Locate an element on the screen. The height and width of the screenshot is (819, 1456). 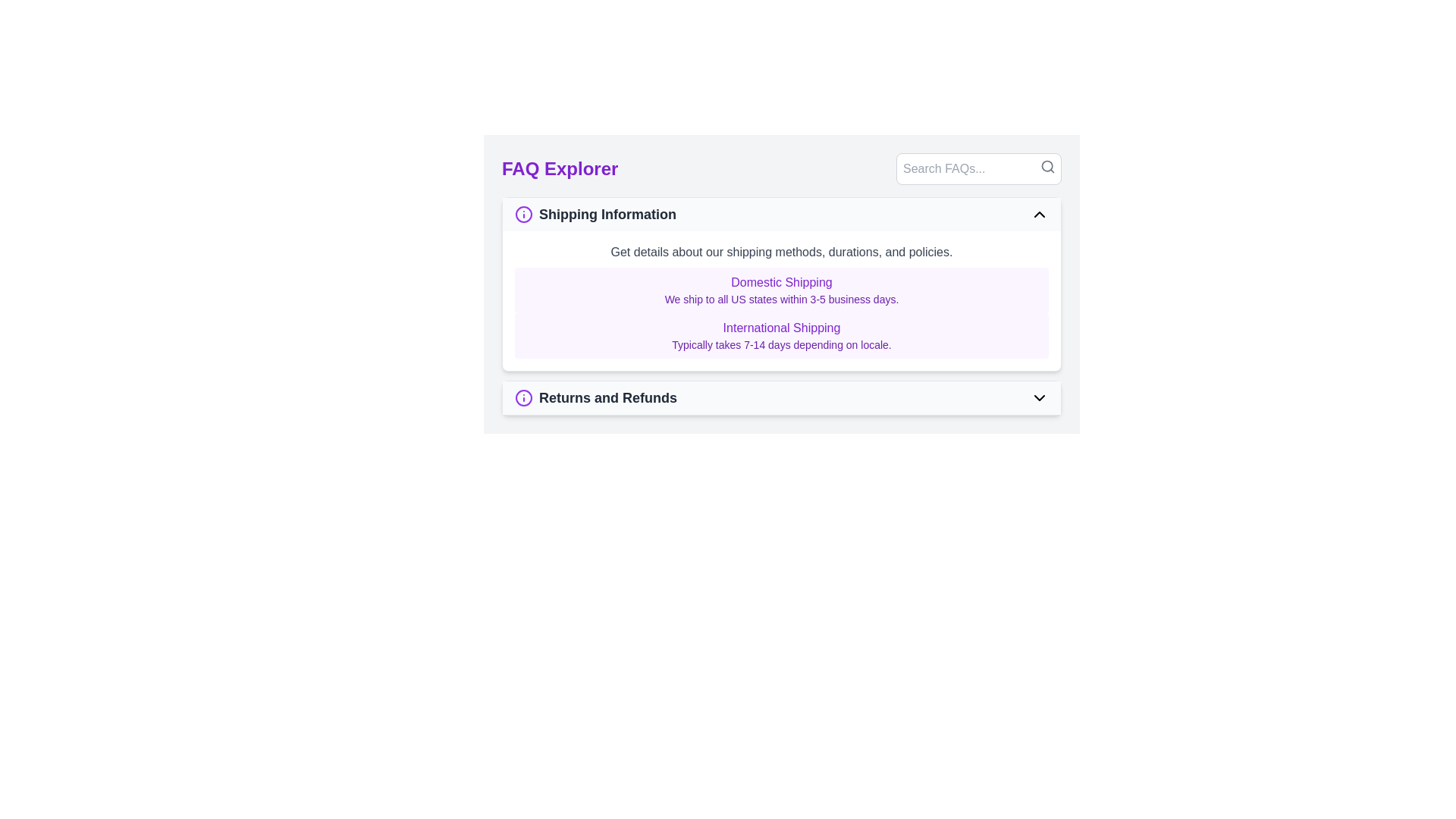
the magnifying glass icon located at the top-right corner of the search bar is located at coordinates (1047, 166).